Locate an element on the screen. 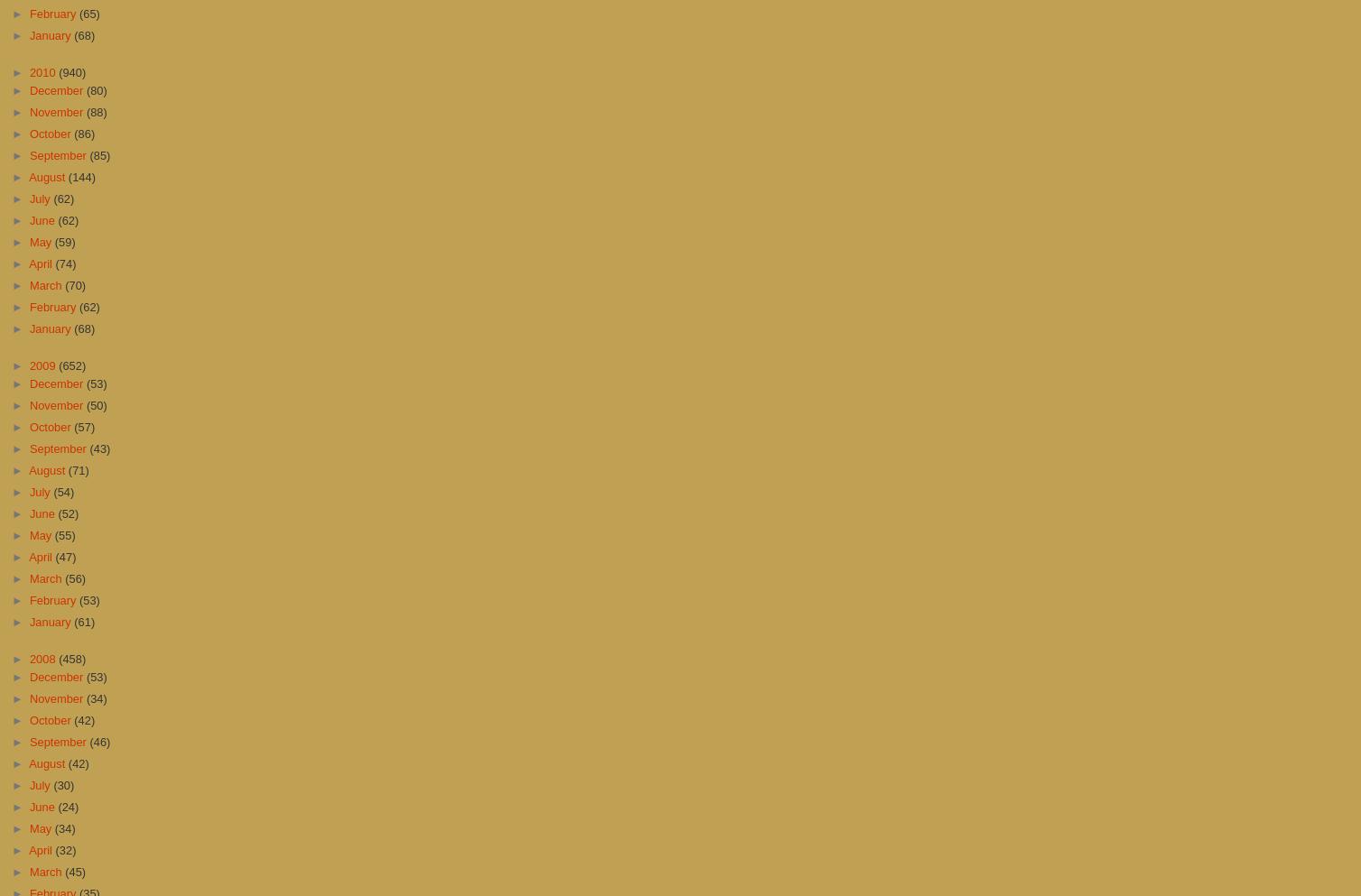 The height and width of the screenshot is (896, 1361). '(71)' is located at coordinates (67, 469).